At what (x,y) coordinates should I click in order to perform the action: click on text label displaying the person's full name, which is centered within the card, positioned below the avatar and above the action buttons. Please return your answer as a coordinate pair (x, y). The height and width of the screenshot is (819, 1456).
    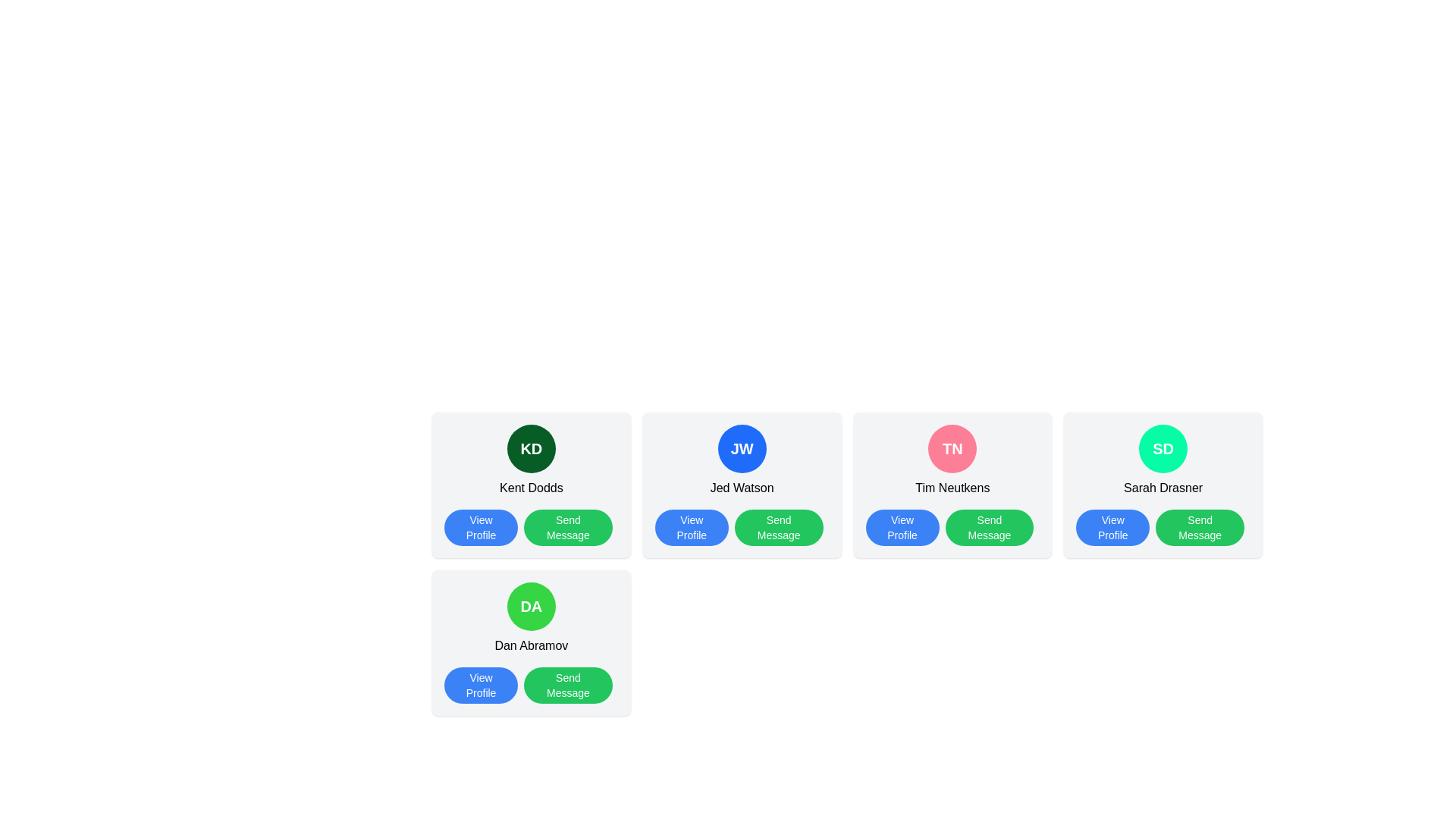
    Looking at the image, I should click on (531, 646).